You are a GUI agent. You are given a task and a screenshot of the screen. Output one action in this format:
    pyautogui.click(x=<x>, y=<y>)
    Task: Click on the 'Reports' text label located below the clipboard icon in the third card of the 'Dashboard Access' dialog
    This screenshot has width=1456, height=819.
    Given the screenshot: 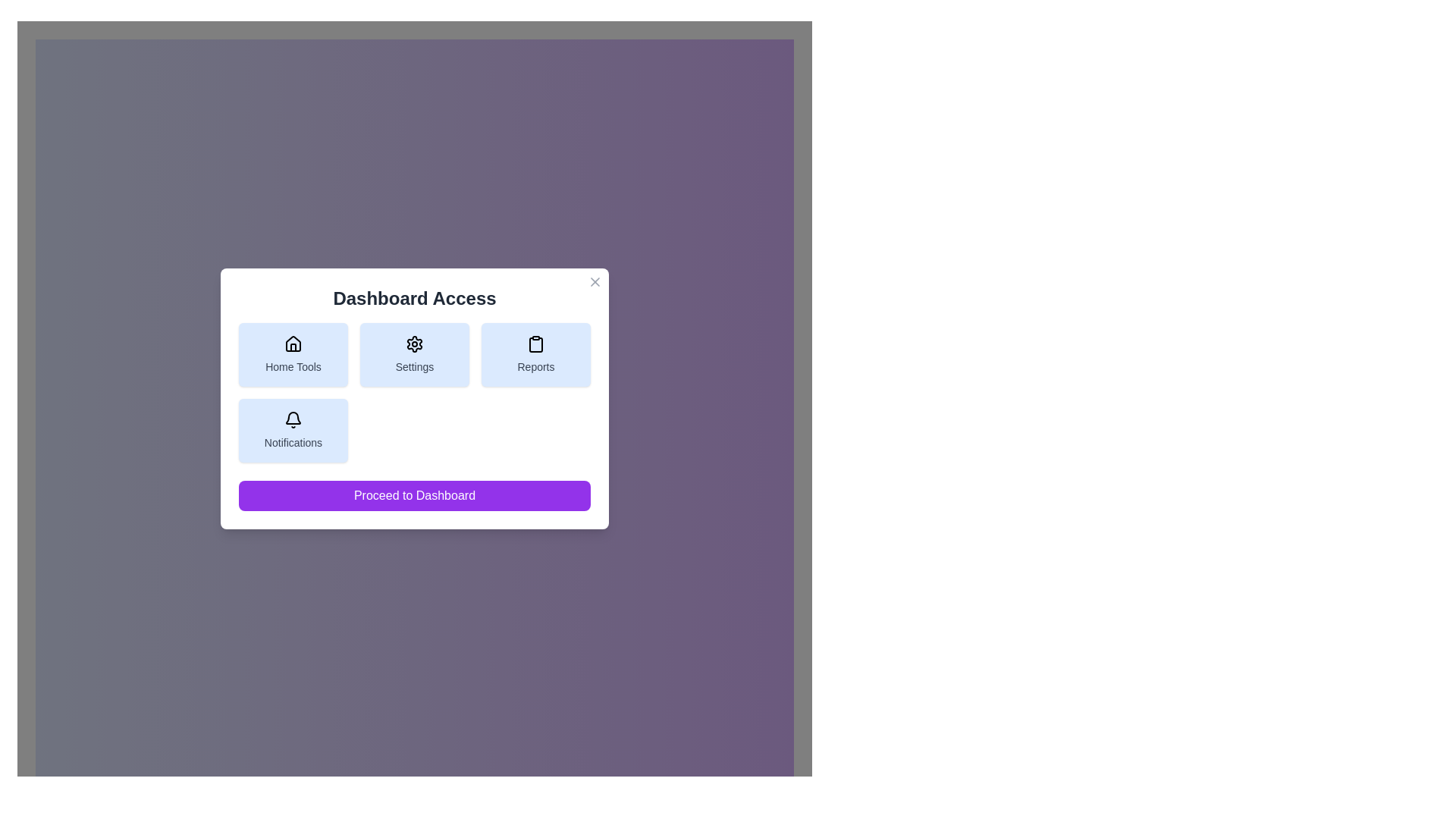 What is the action you would take?
    pyautogui.click(x=535, y=366)
    